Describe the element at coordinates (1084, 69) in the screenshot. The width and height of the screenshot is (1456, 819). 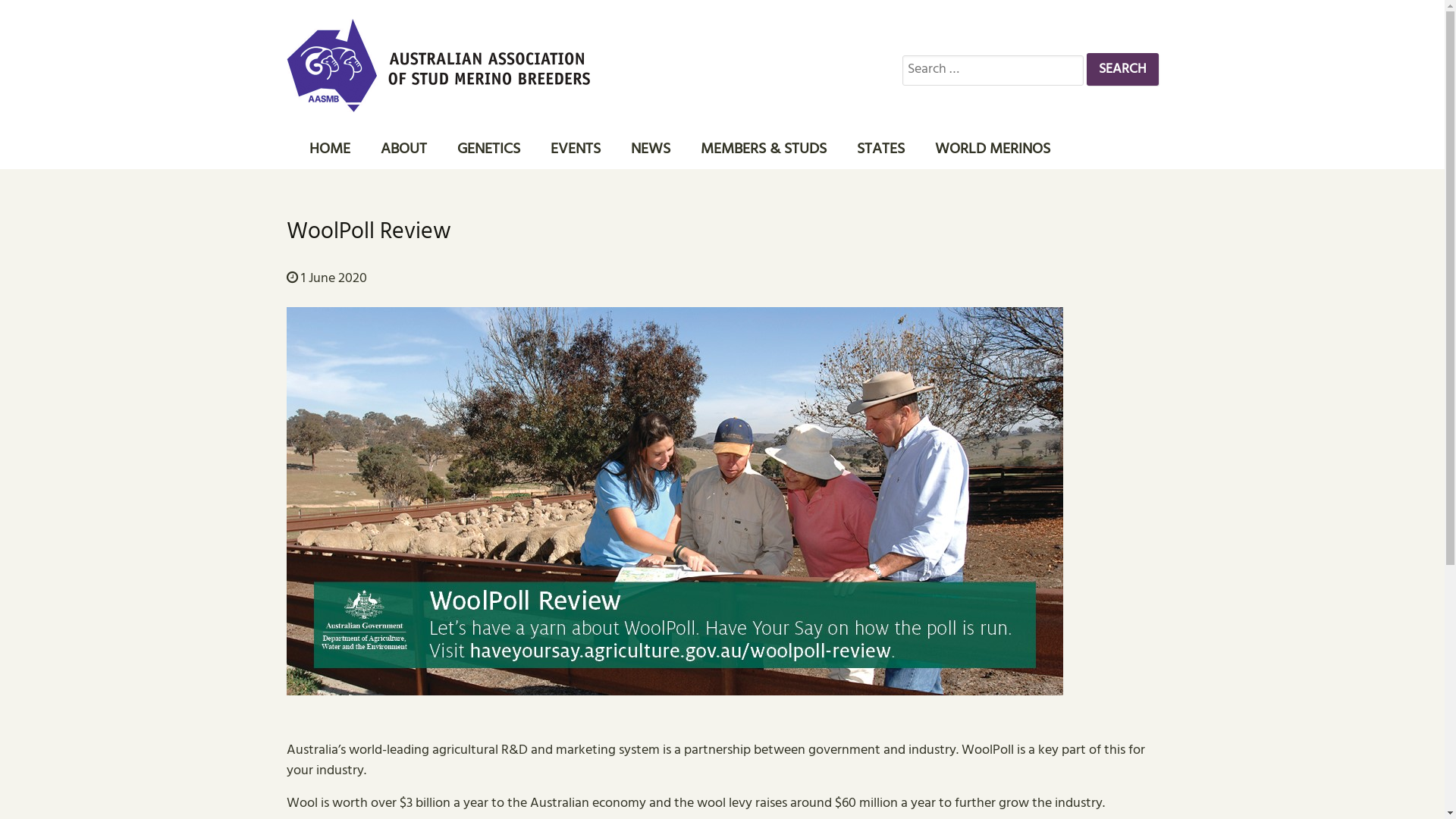
I see `'Search'` at that location.